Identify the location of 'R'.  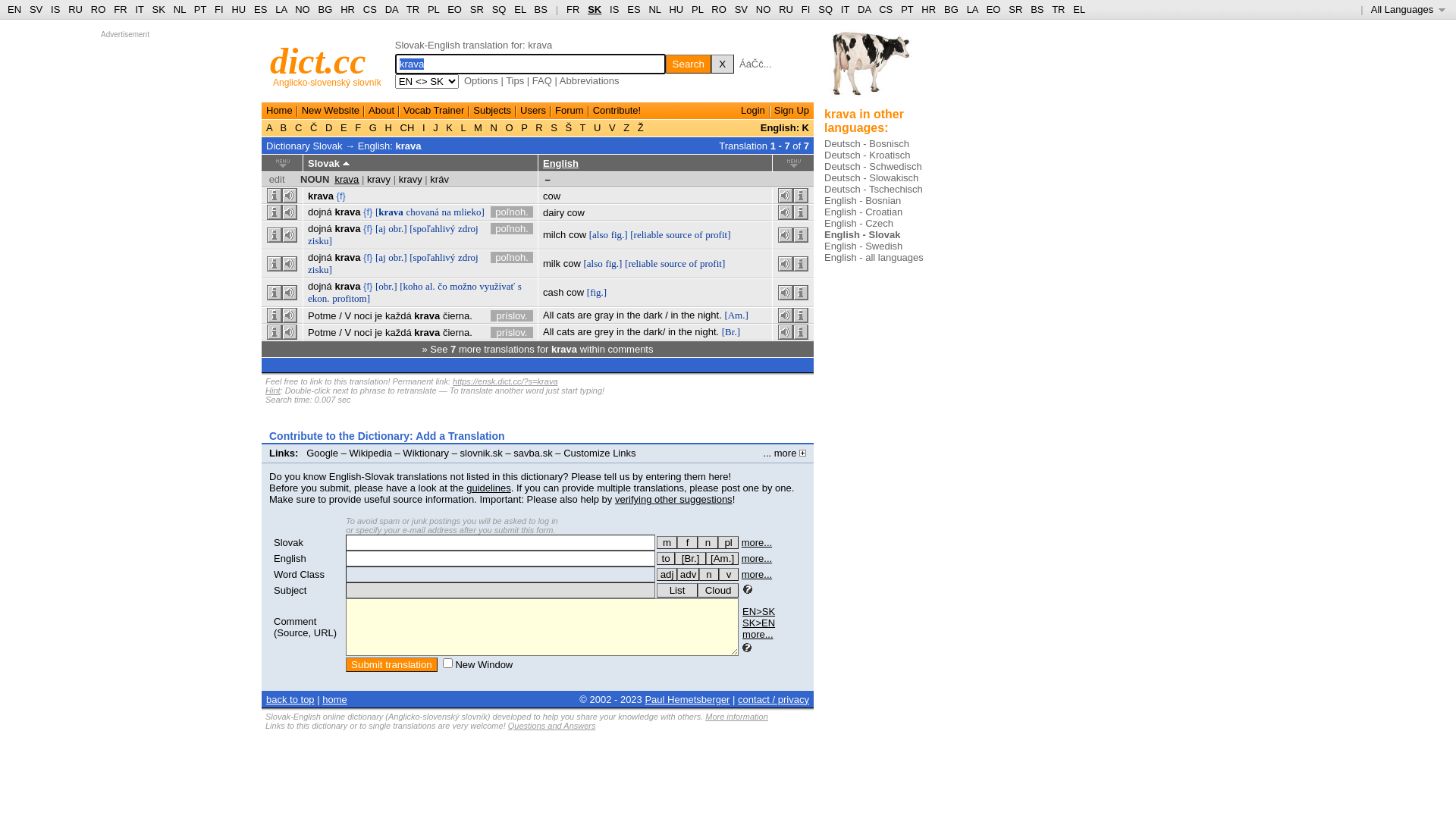
(539, 127).